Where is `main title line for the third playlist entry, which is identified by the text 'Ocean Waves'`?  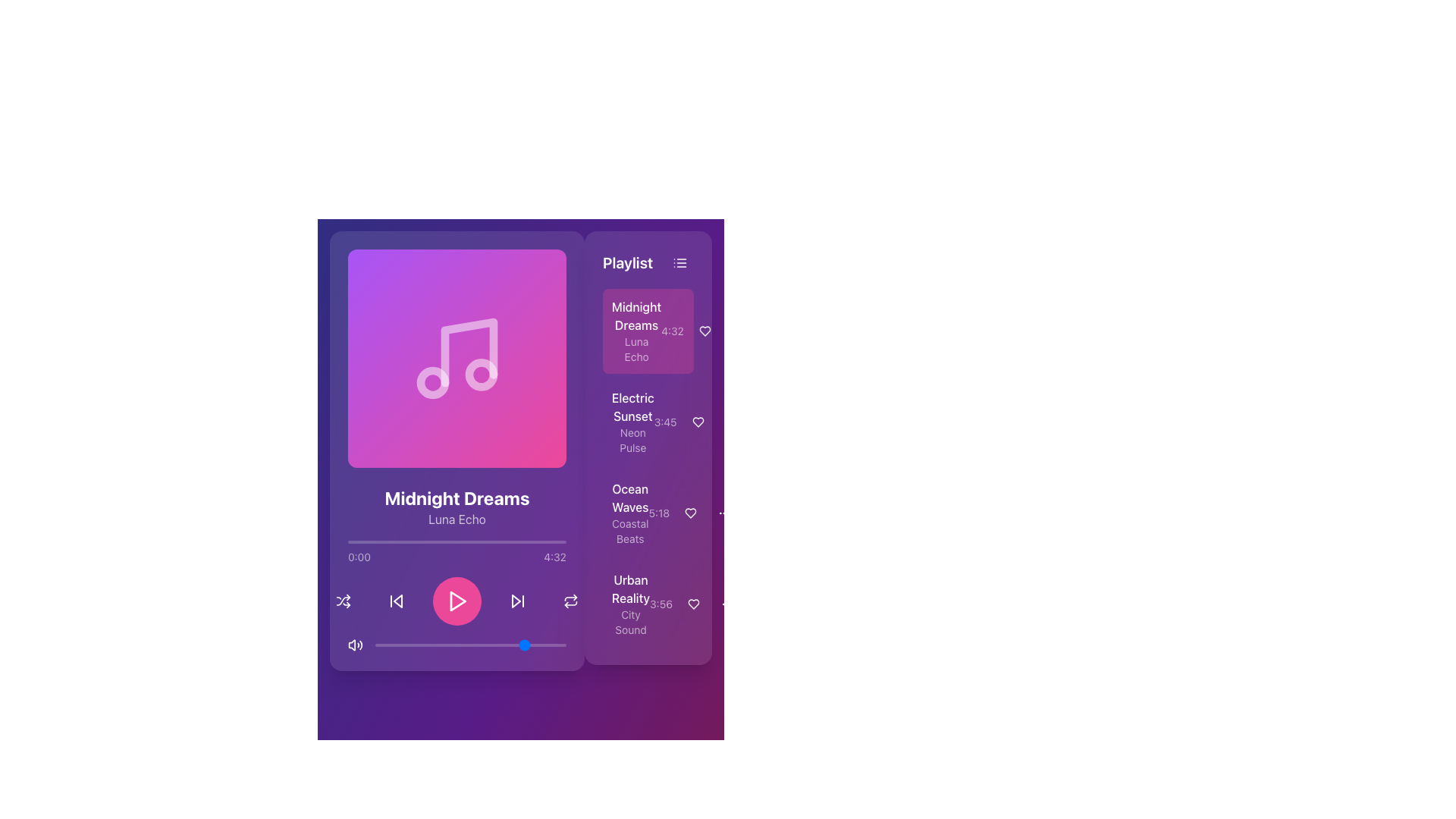
main title line for the third playlist entry, which is identified by the text 'Ocean Waves' is located at coordinates (630, 497).